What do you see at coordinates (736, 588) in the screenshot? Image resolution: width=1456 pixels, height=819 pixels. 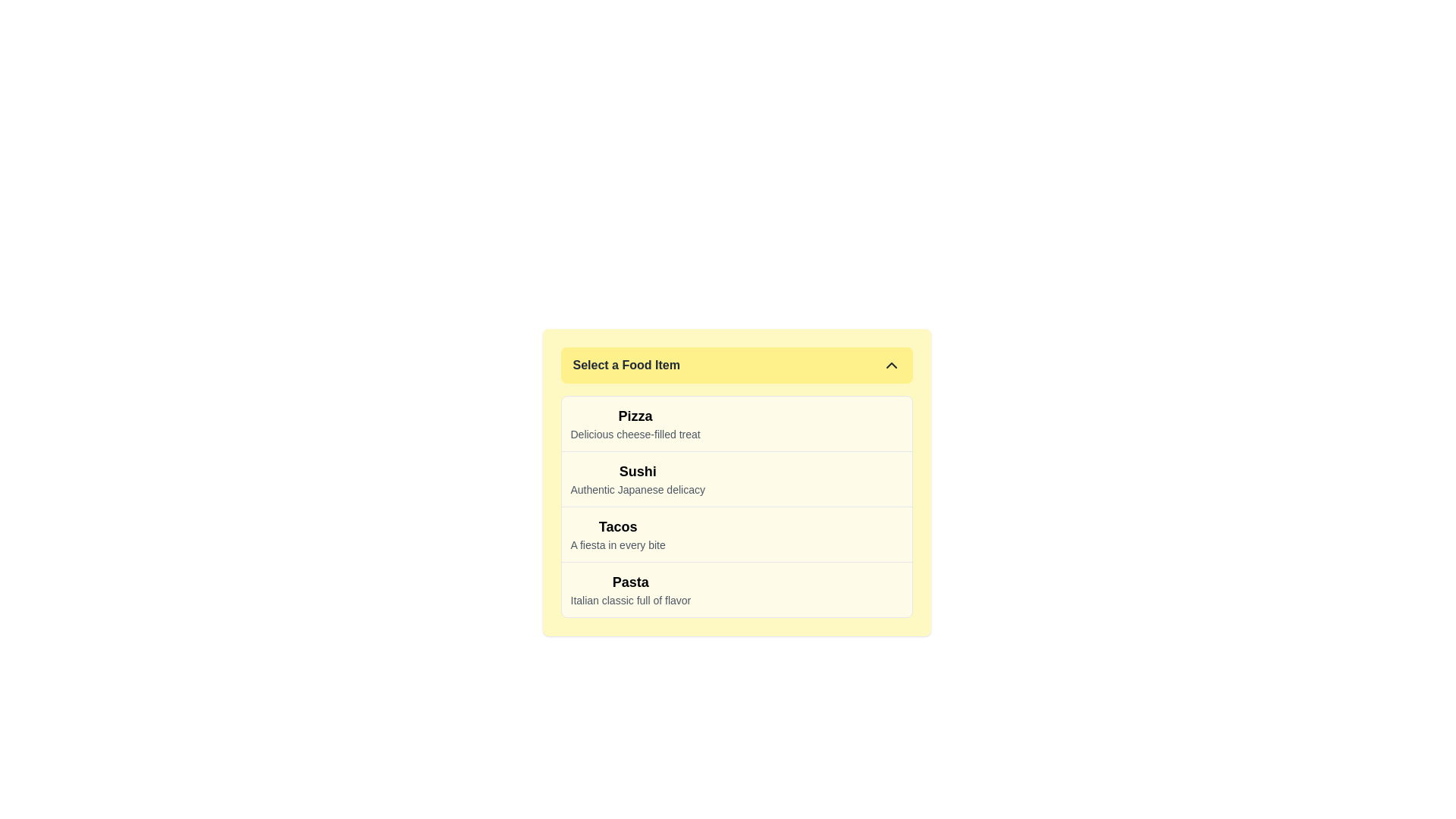 I see `the list item with the title 'Pasta' and description 'Italian classic full of flavor'` at bounding box center [736, 588].